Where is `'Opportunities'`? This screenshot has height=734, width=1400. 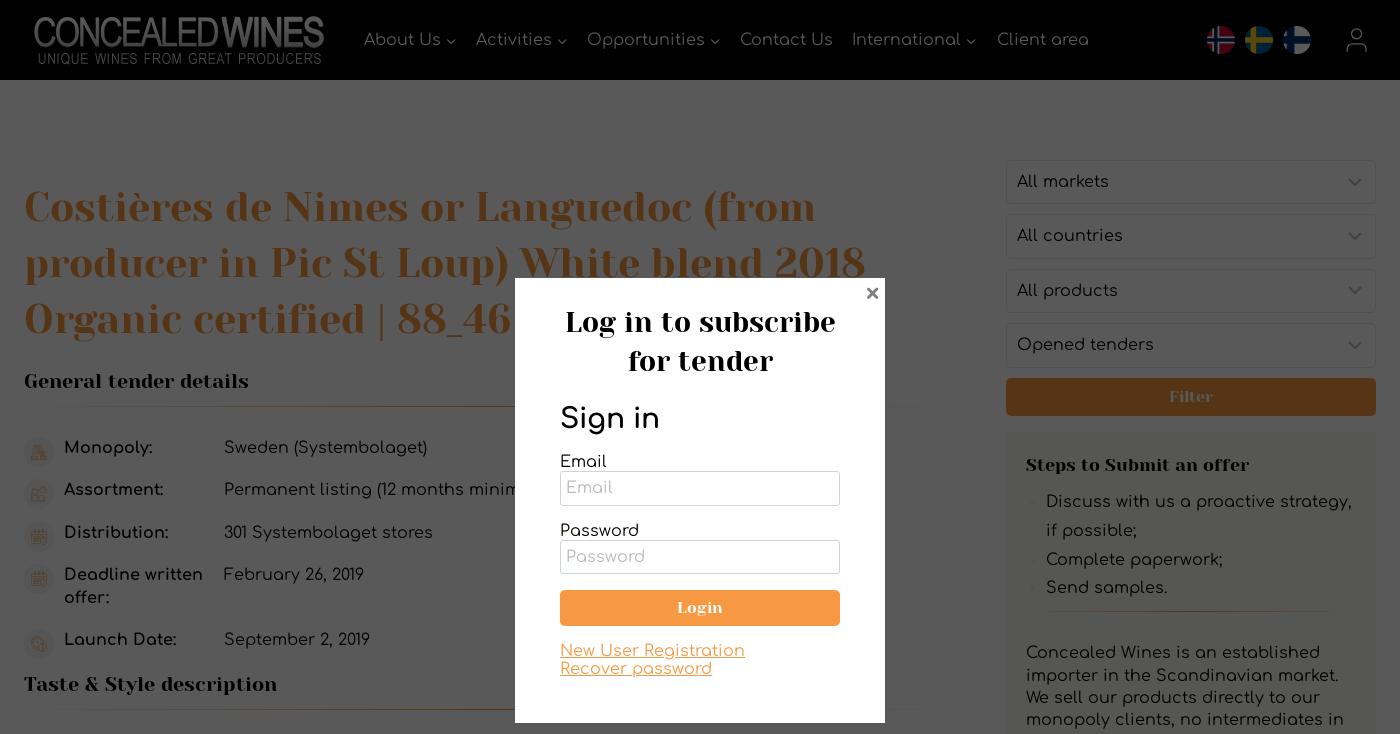
'Opportunities' is located at coordinates (644, 37).